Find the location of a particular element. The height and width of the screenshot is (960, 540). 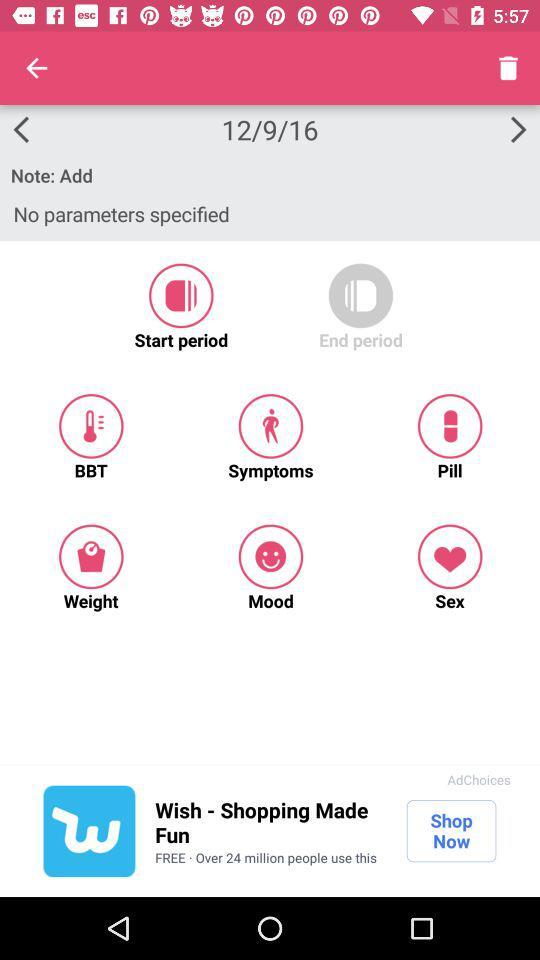

the icon to the left of 12/9/16 is located at coordinates (36, 68).